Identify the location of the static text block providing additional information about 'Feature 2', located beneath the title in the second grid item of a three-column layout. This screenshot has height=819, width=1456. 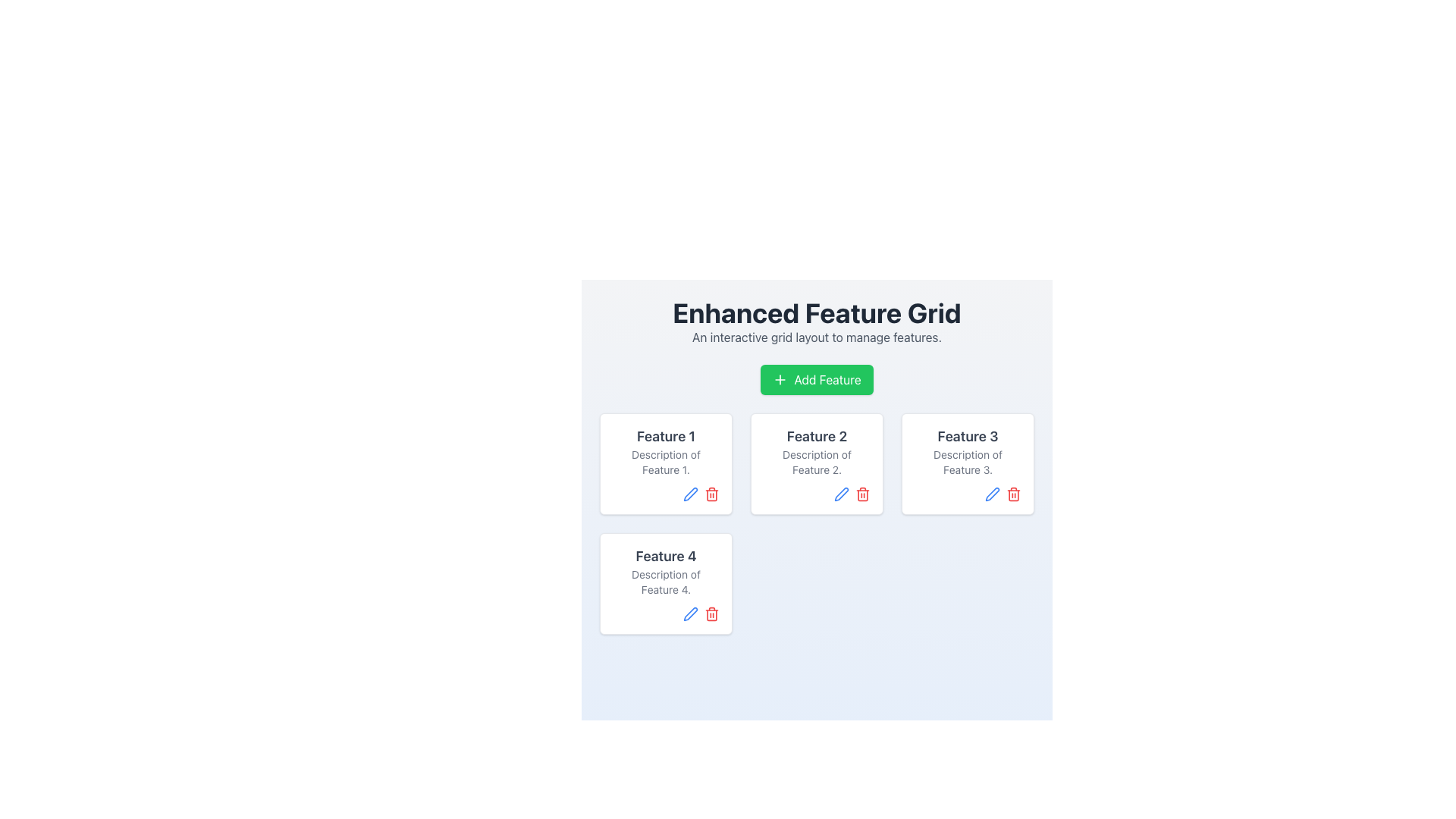
(816, 461).